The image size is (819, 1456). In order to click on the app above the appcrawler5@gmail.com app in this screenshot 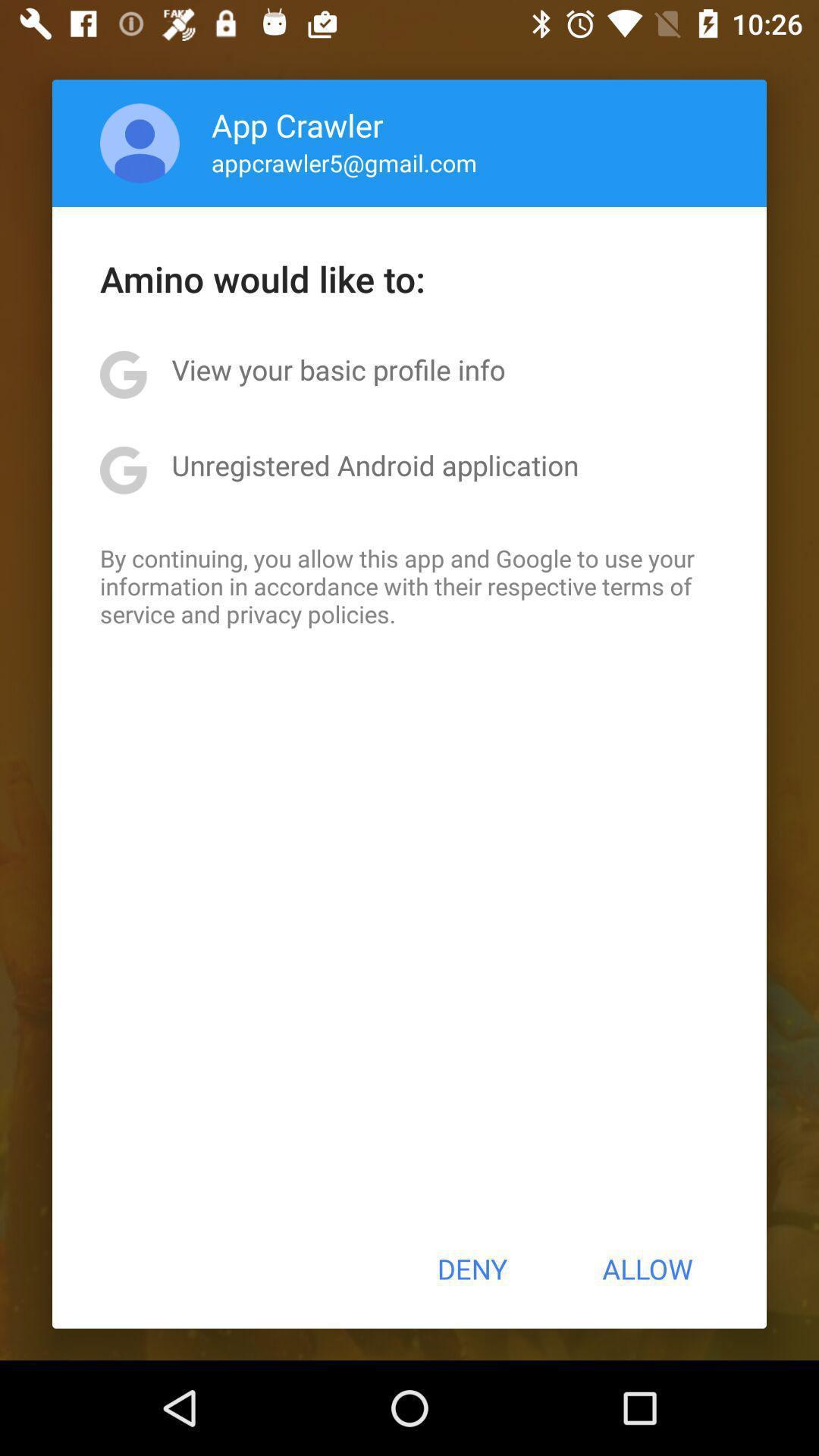, I will do `click(297, 124)`.